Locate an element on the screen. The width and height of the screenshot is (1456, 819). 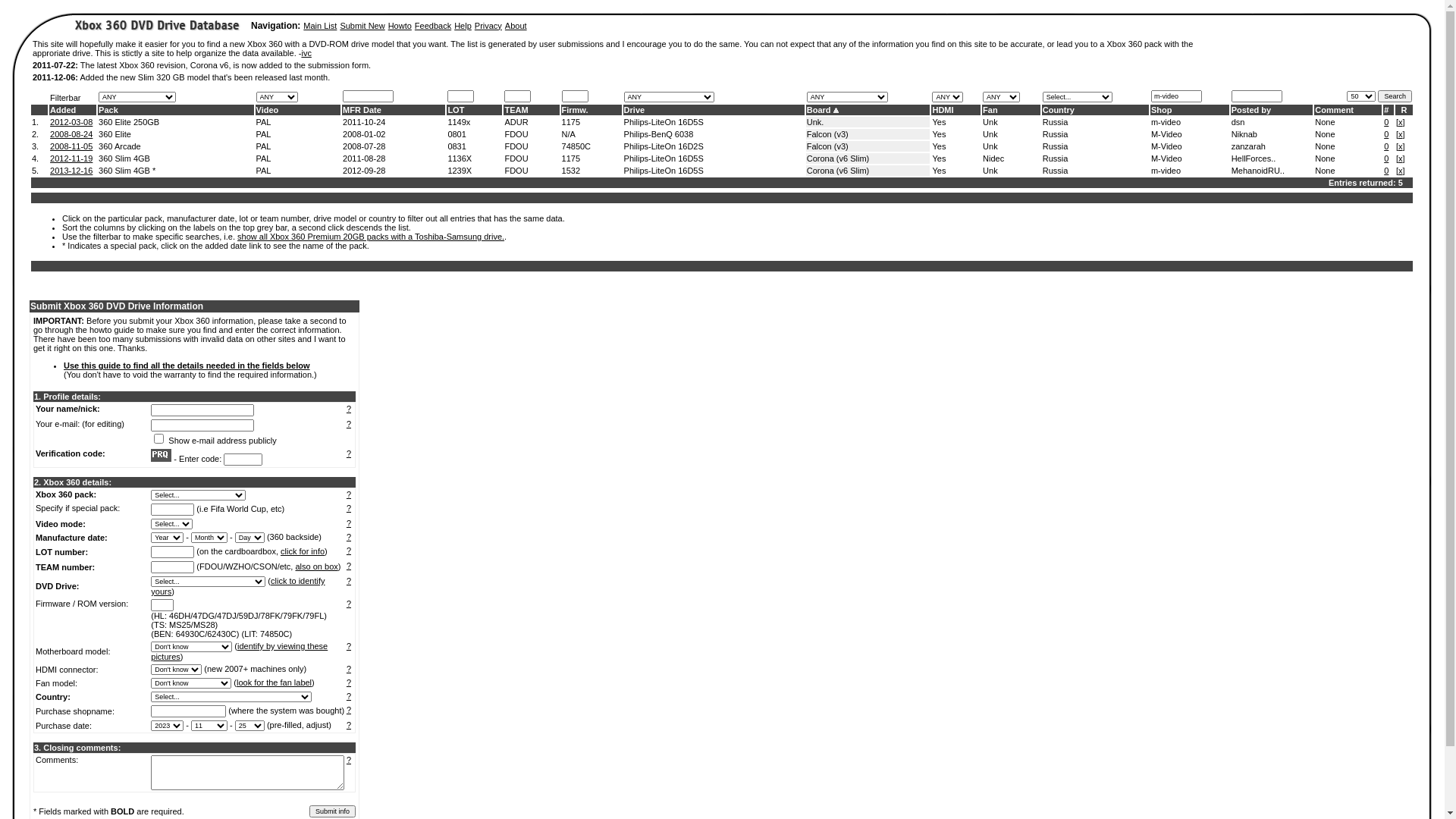
'2011-10-24' is located at coordinates (364, 121).